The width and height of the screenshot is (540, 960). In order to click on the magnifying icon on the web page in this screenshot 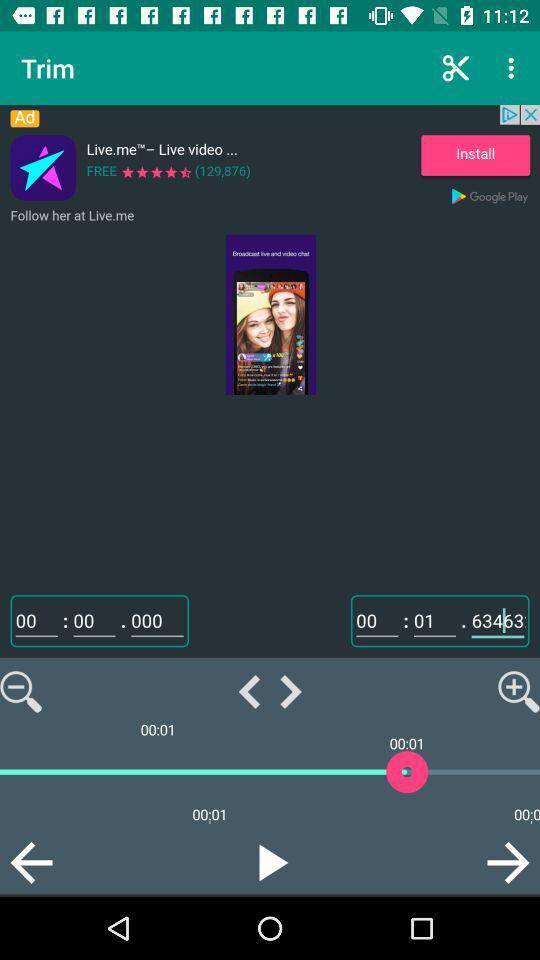, I will do `click(518, 691)`.